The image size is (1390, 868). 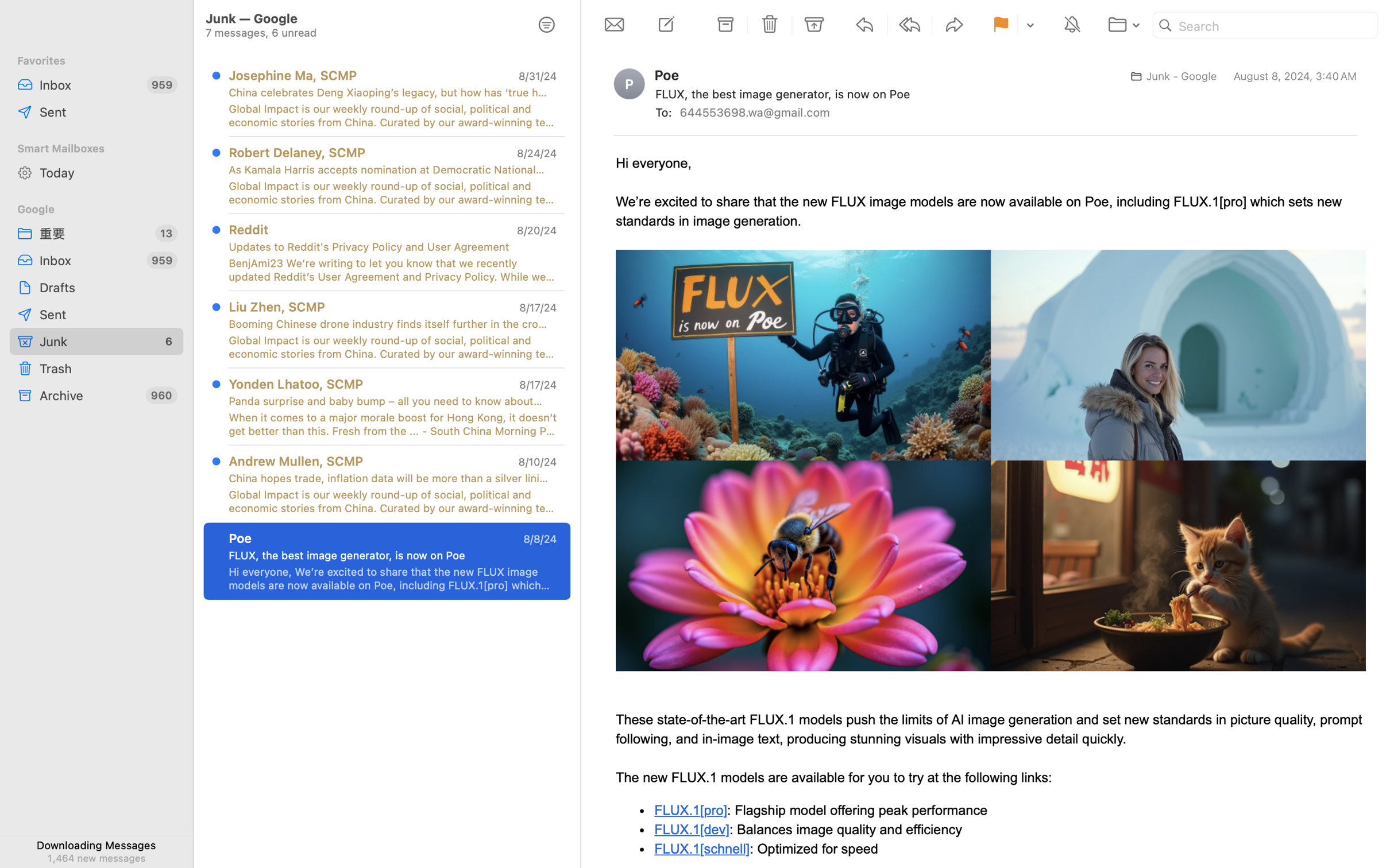 I want to click on '8/20/24', so click(x=536, y=230).